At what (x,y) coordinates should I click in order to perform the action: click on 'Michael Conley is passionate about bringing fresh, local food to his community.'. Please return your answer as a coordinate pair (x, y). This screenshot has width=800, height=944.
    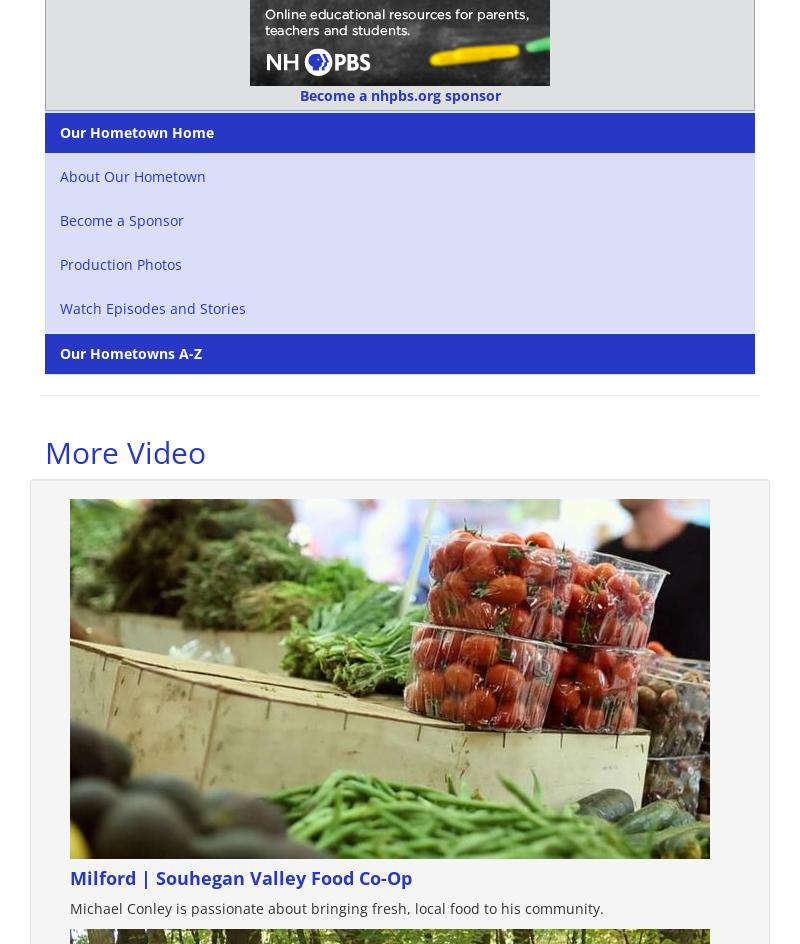
    Looking at the image, I should click on (337, 906).